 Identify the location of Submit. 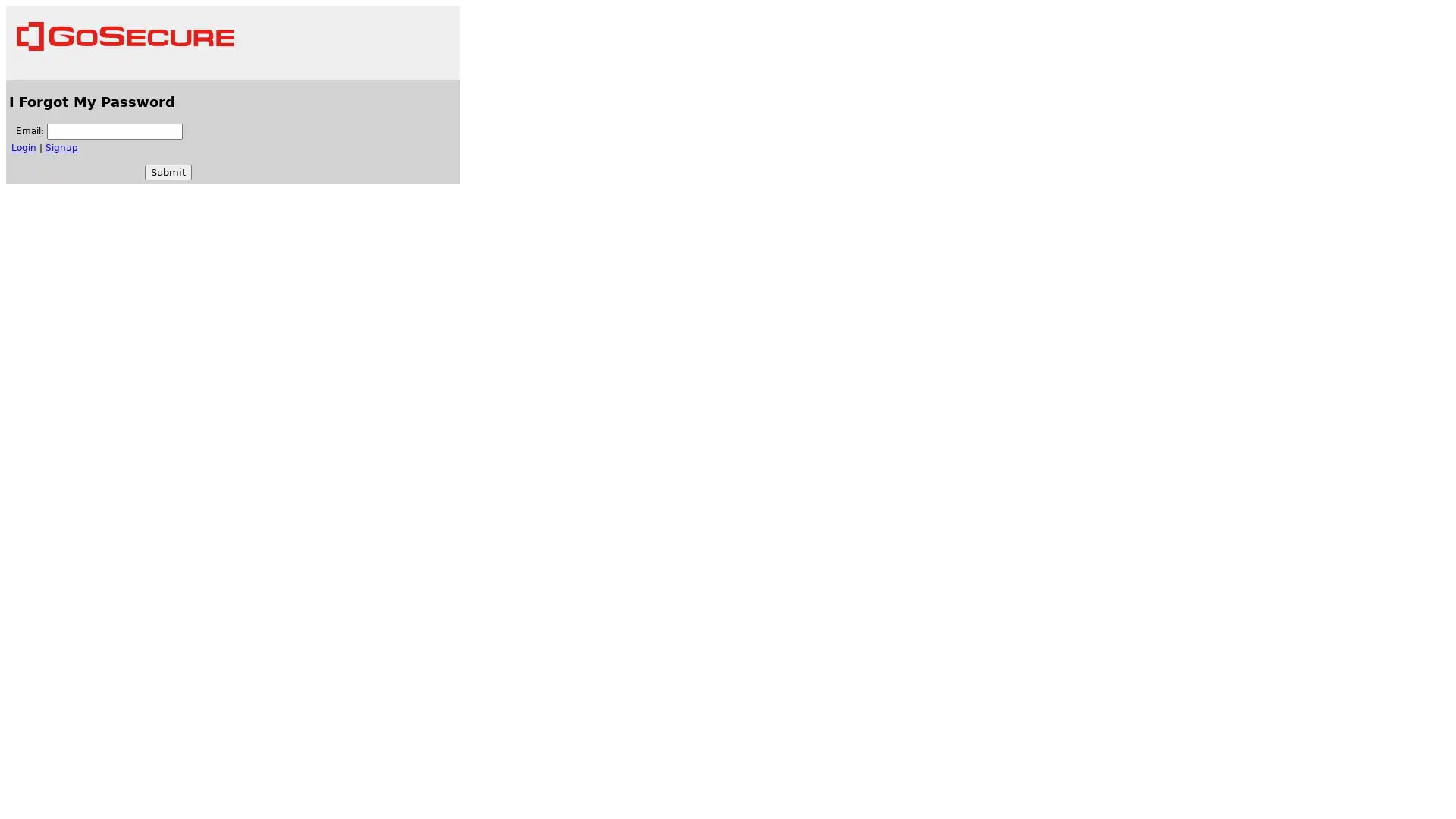
(168, 171).